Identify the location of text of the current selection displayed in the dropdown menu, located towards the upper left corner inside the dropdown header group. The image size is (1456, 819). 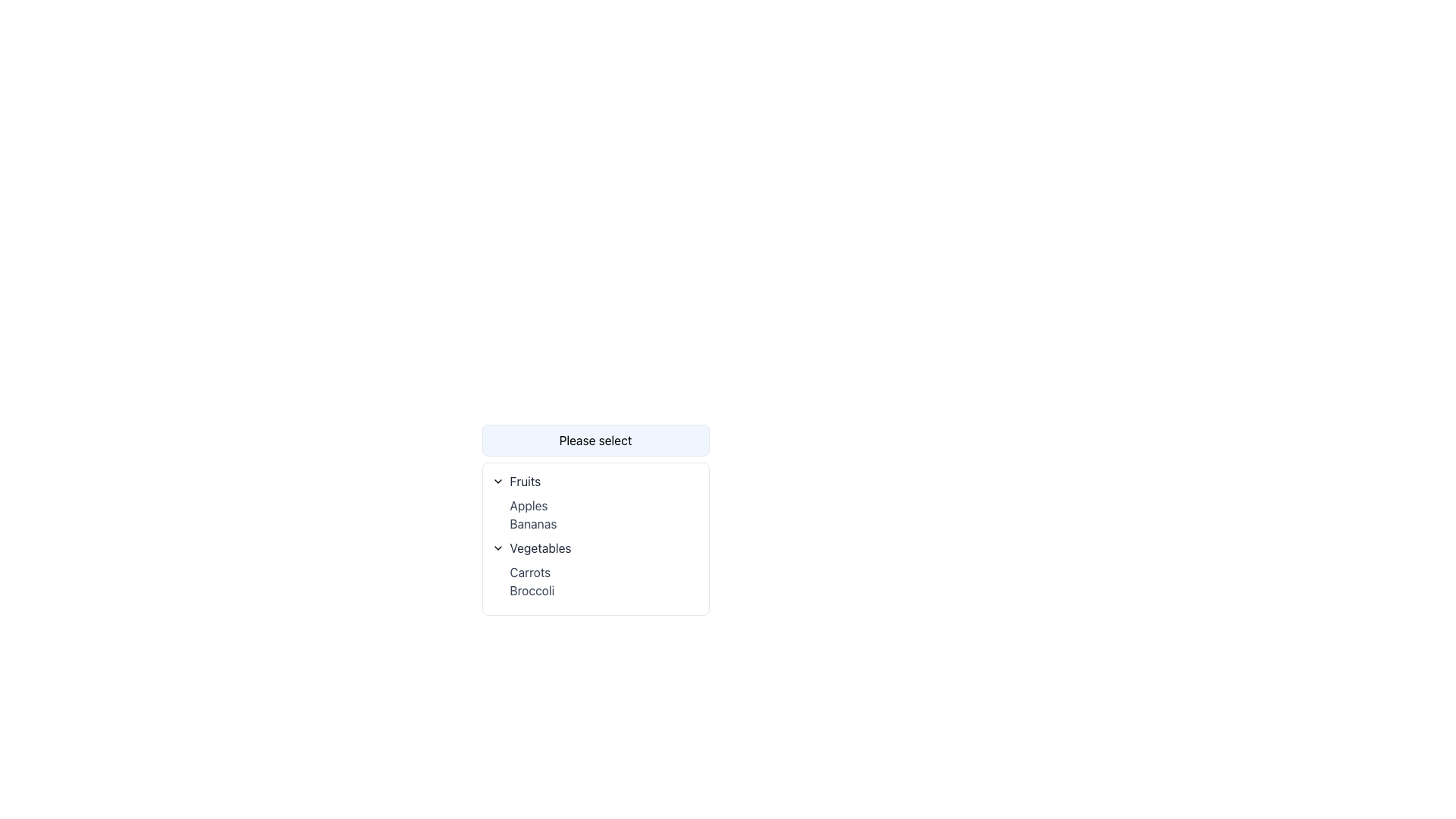
(525, 482).